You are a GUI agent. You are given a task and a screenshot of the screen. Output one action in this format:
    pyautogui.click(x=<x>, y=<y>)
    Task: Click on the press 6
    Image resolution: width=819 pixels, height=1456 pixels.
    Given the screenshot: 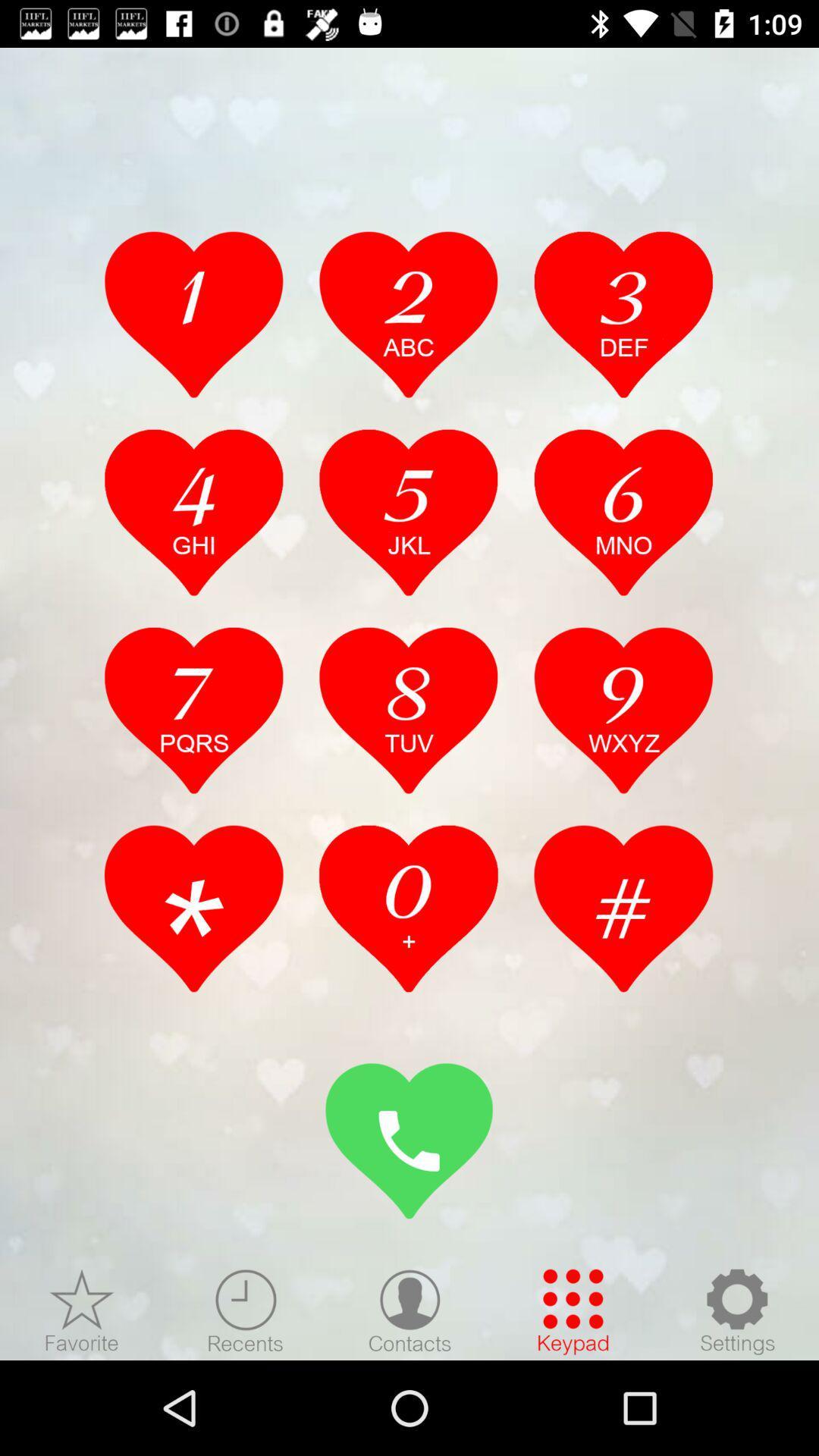 What is the action you would take?
    pyautogui.click(x=623, y=512)
    